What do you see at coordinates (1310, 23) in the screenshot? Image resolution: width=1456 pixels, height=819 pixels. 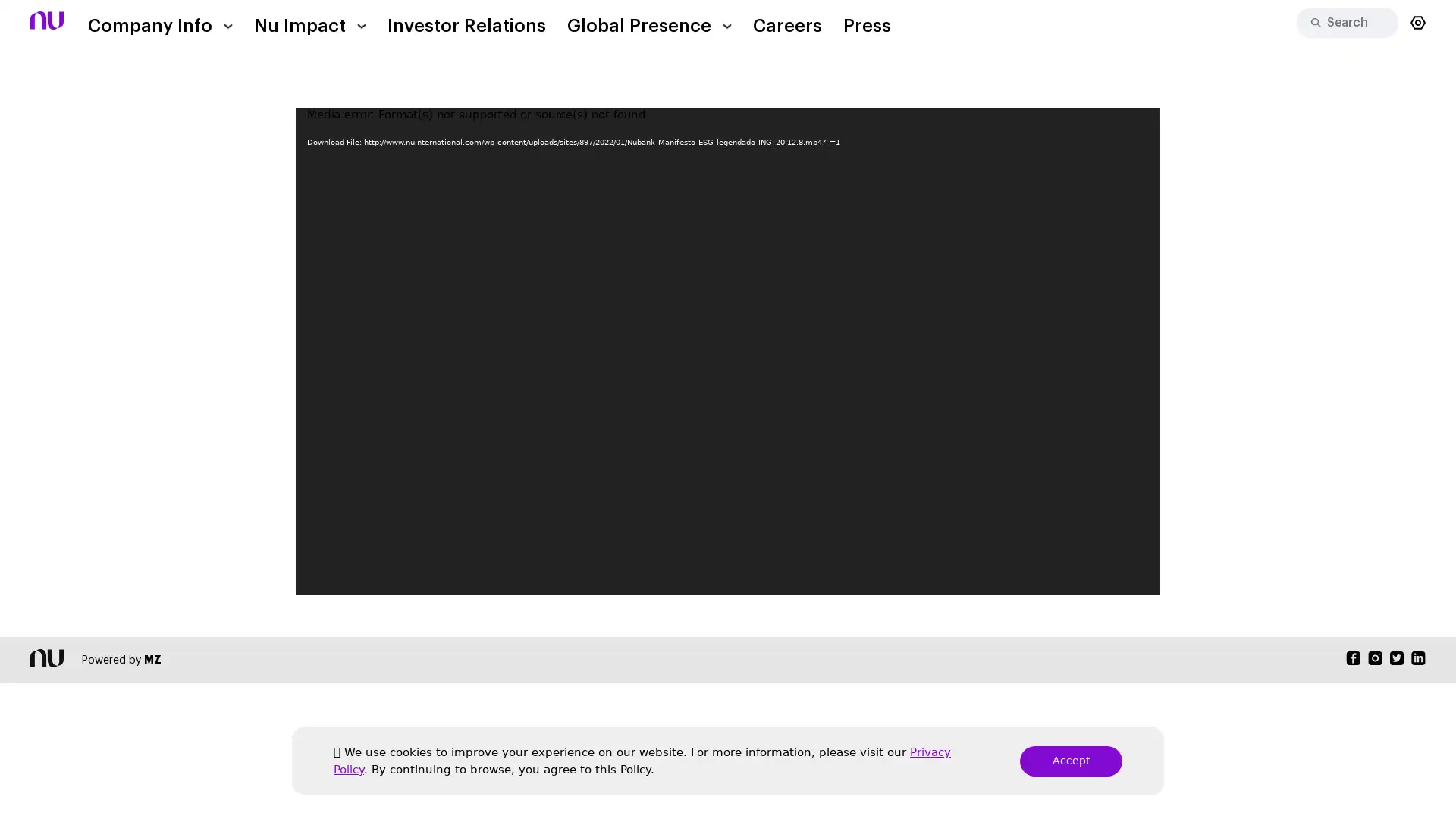 I see `Search` at bounding box center [1310, 23].